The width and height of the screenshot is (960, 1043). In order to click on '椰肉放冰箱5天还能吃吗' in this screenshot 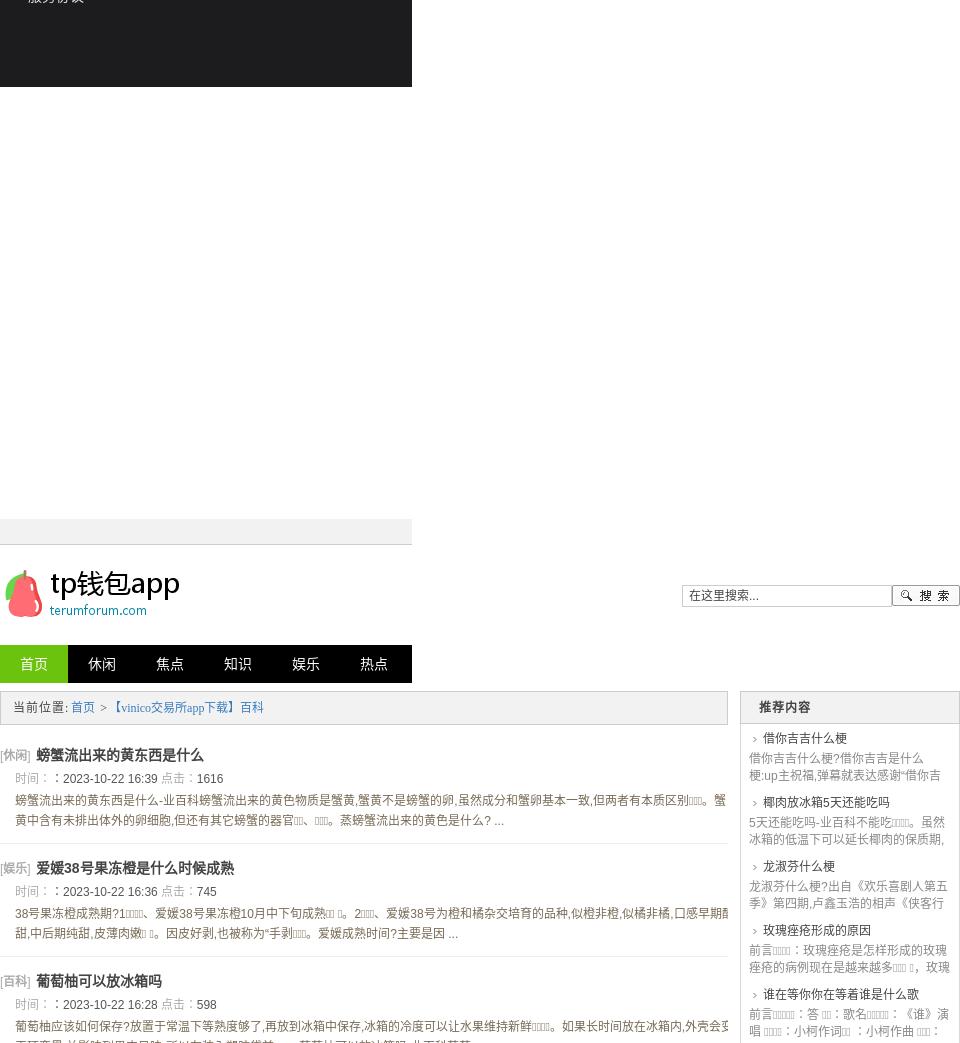, I will do `click(825, 802)`.